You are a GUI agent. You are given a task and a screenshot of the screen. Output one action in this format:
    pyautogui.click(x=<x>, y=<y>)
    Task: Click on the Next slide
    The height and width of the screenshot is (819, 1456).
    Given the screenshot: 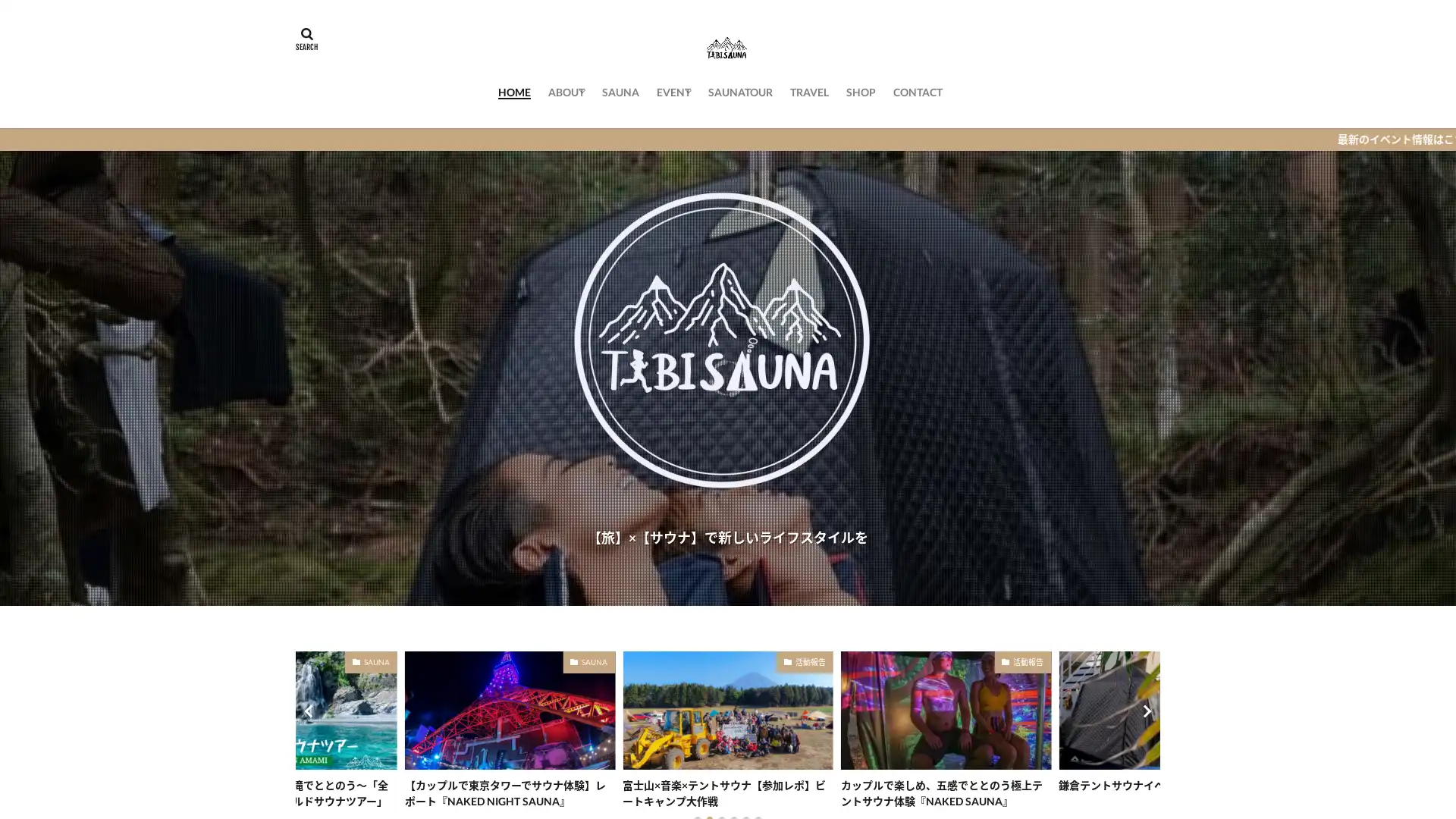 What is the action you would take?
    pyautogui.click(x=1145, y=711)
    